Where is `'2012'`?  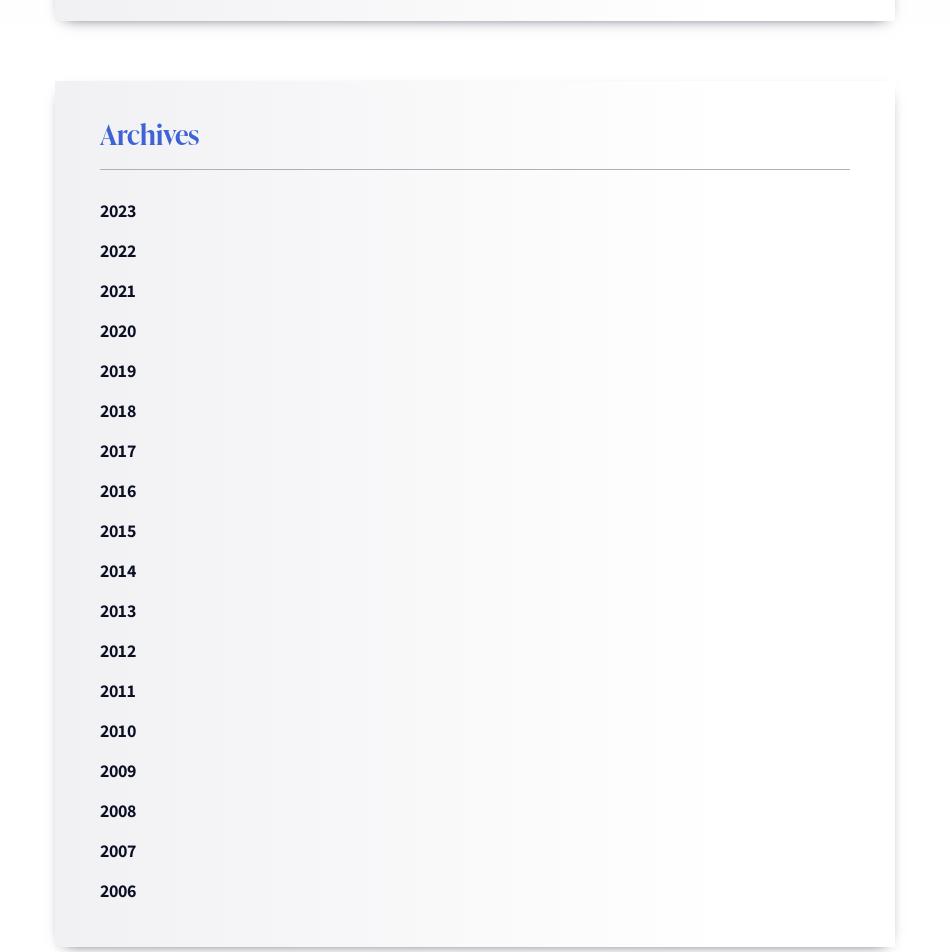 '2012' is located at coordinates (100, 650).